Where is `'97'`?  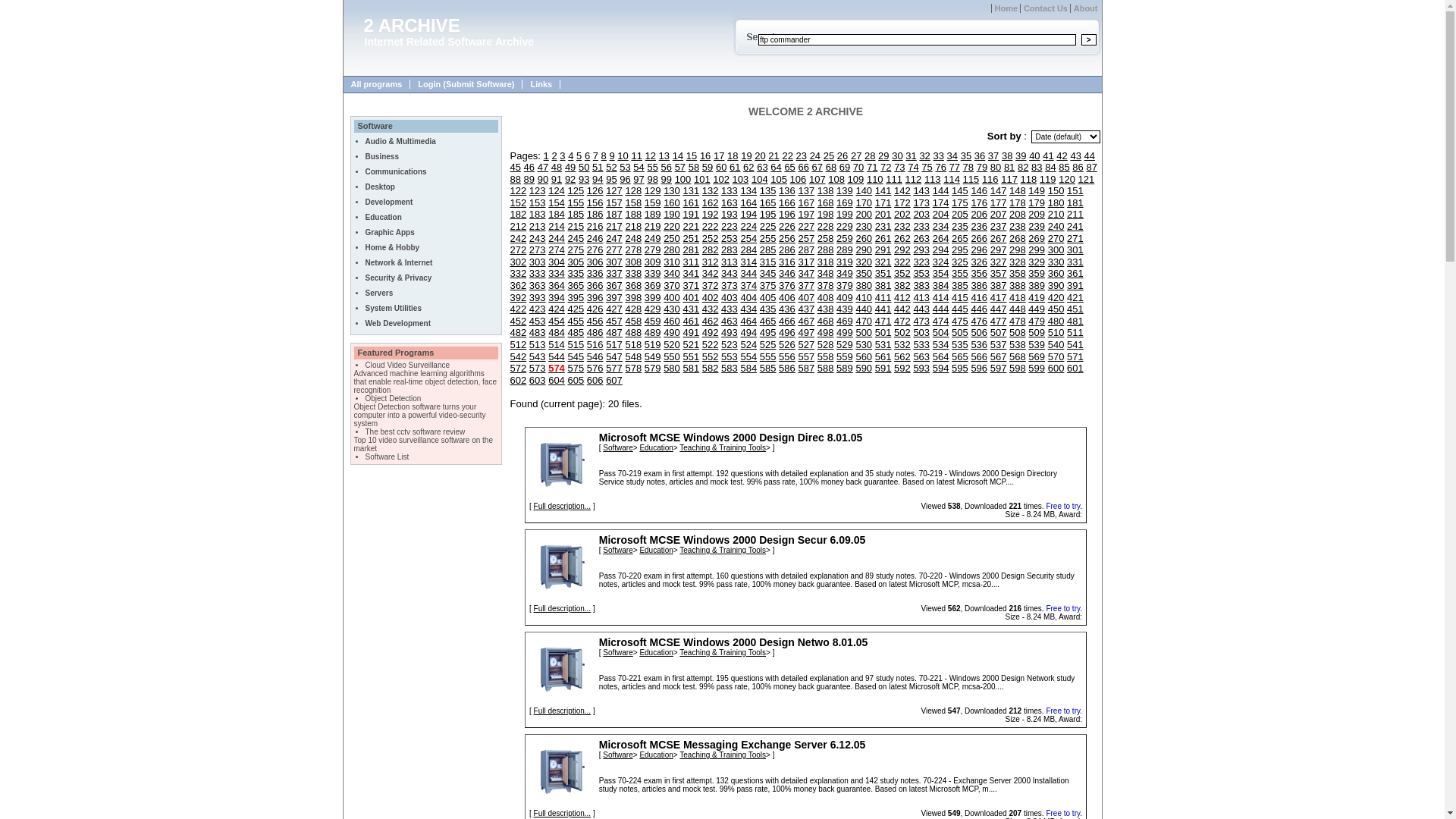
'97' is located at coordinates (638, 178).